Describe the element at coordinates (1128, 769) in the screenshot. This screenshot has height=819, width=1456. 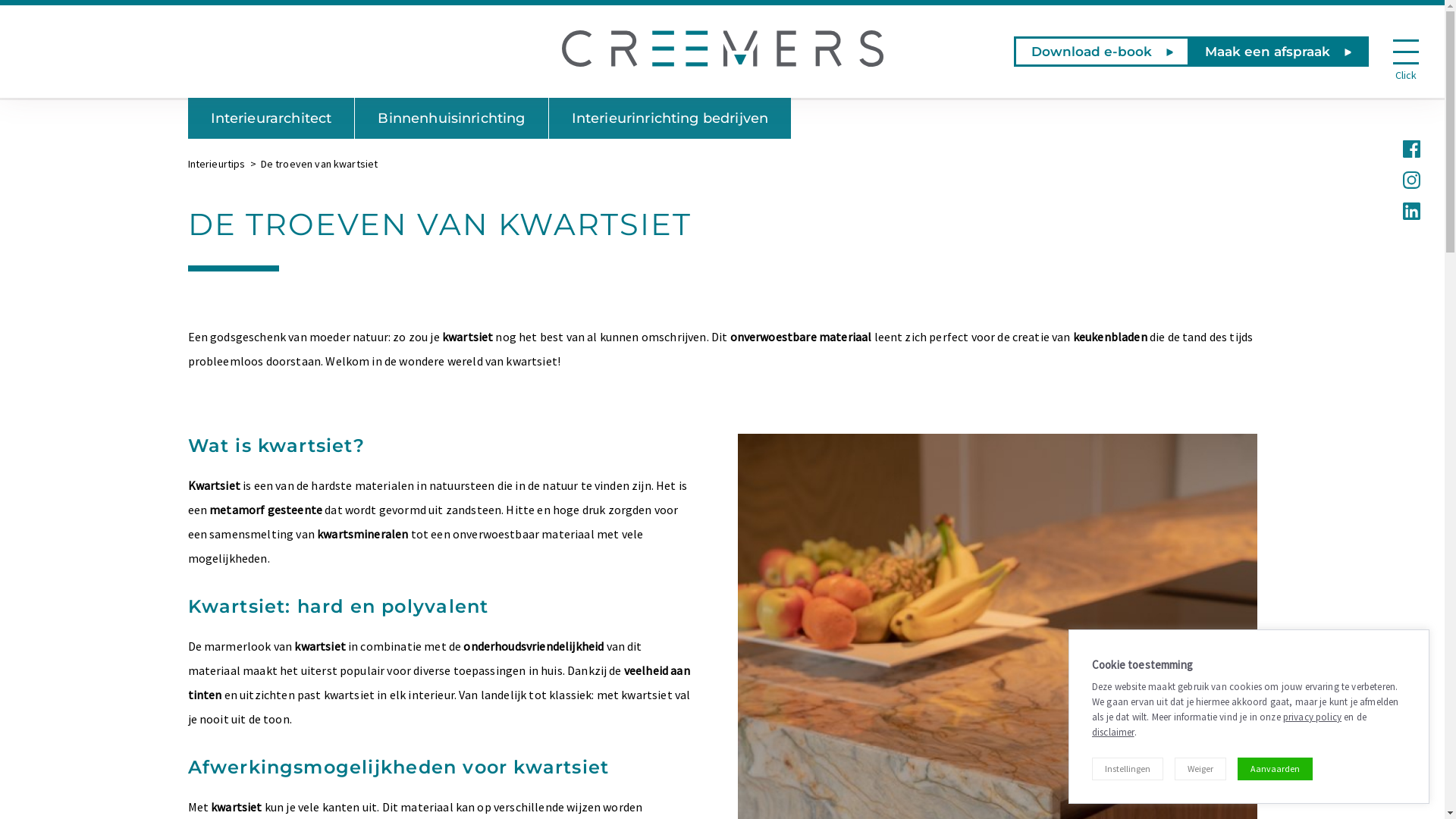
I see `'Instellingen'` at that location.